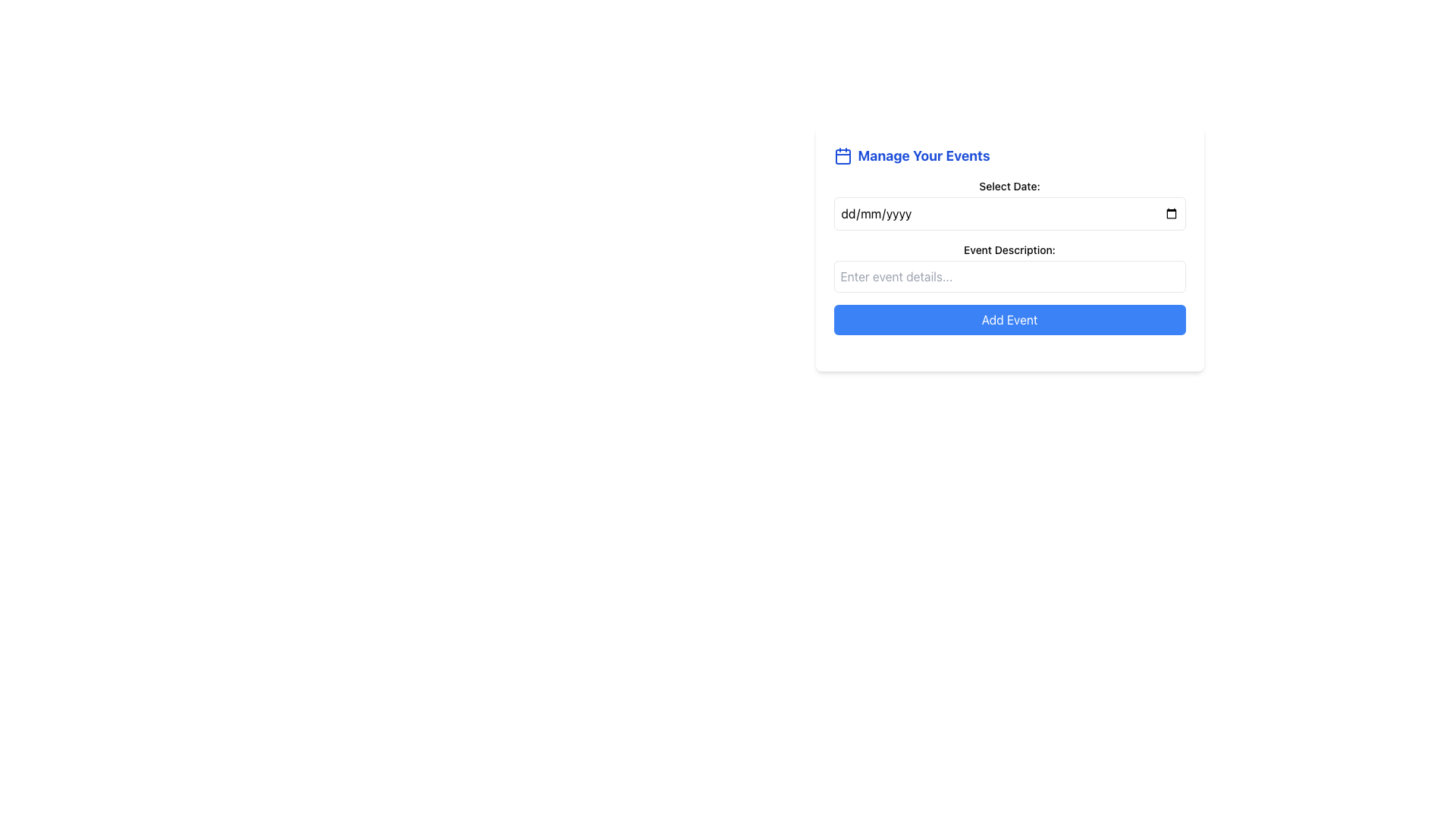  What do you see at coordinates (842, 155) in the screenshot?
I see `the calendar icon with a blue outline located immediately to the left of the 'Manage Your Events' text in the header section` at bounding box center [842, 155].